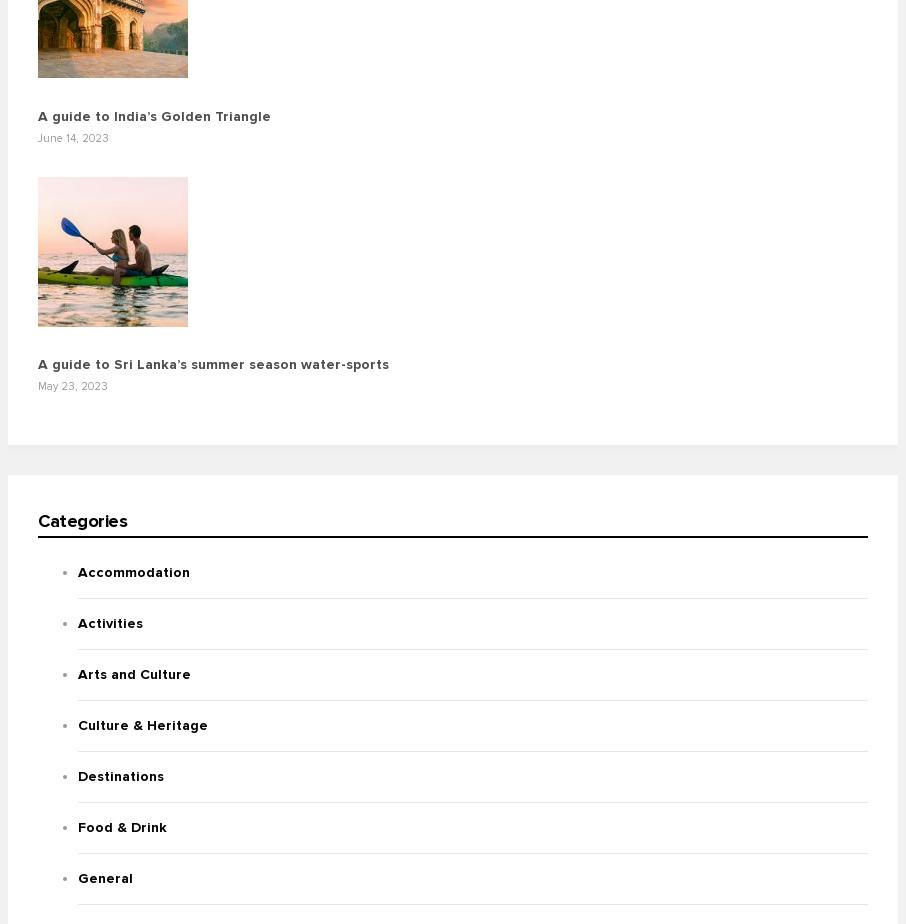  What do you see at coordinates (132, 572) in the screenshot?
I see `'Accommodation'` at bounding box center [132, 572].